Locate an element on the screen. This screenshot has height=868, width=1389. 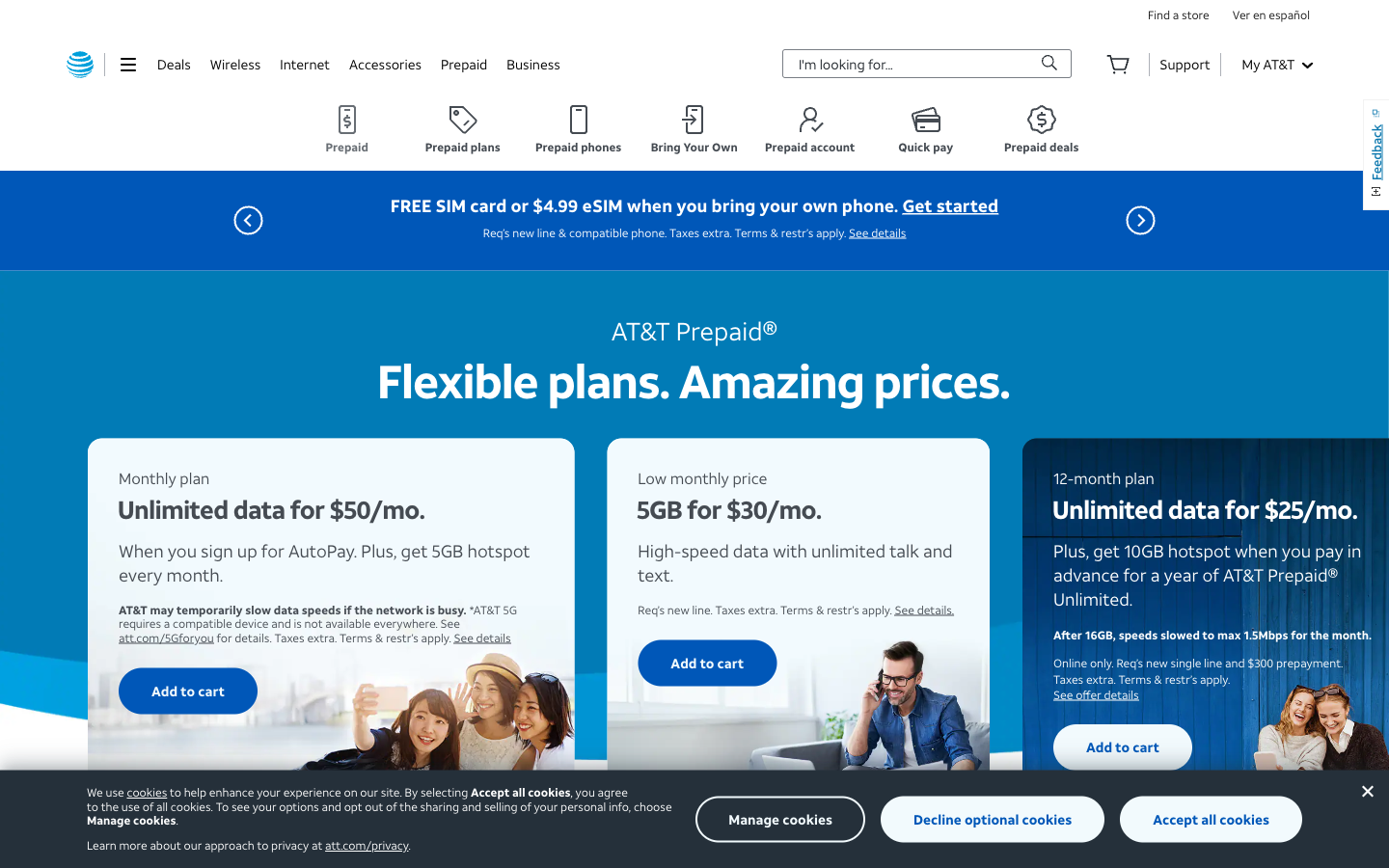
View the "Quick Pay" section is located at coordinates (926, 129).